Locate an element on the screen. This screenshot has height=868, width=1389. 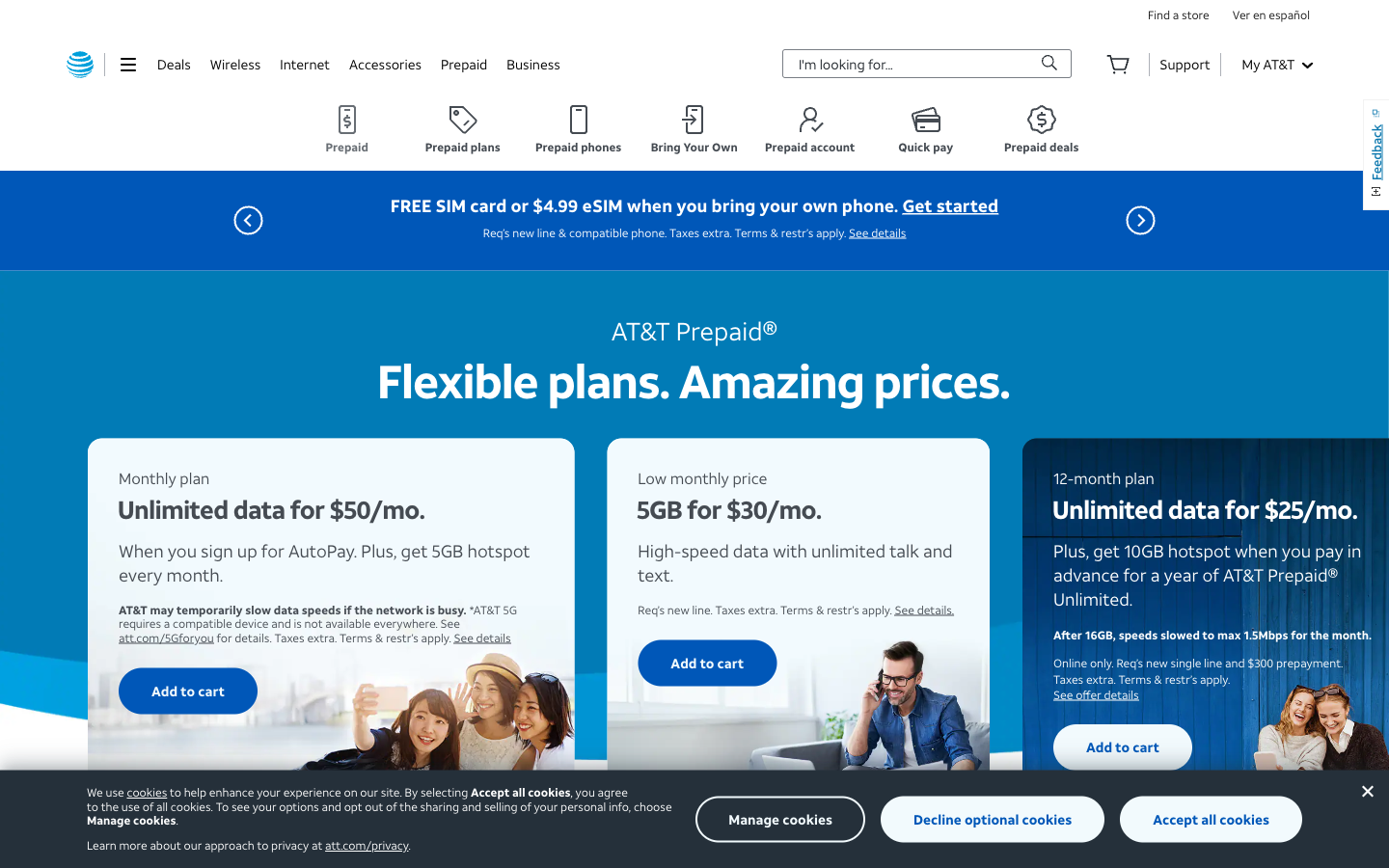
View the "Quick Pay" section is located at coordinates (926, 129).